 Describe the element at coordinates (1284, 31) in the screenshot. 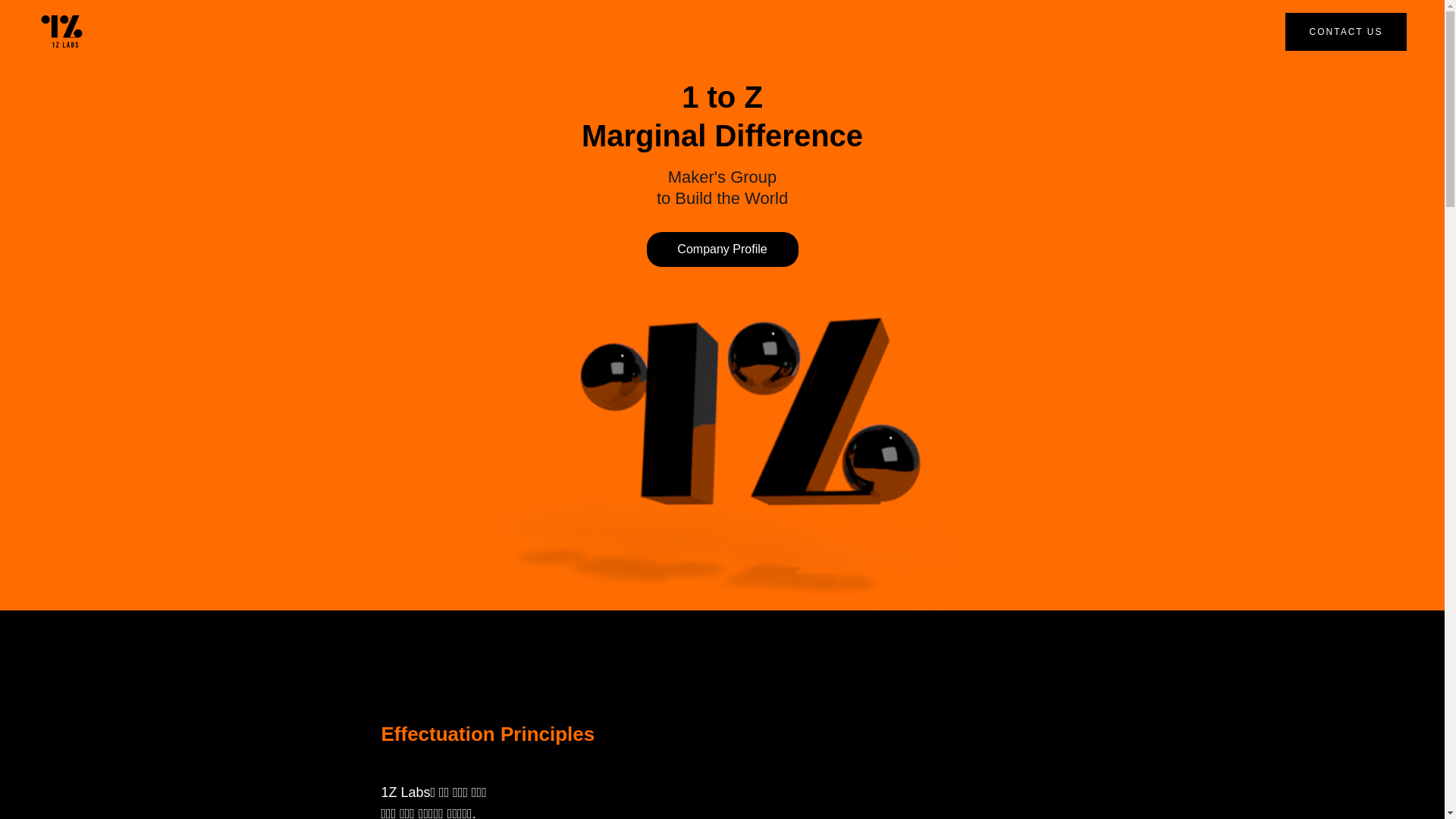

I see `'CONTACT US'` at that location.